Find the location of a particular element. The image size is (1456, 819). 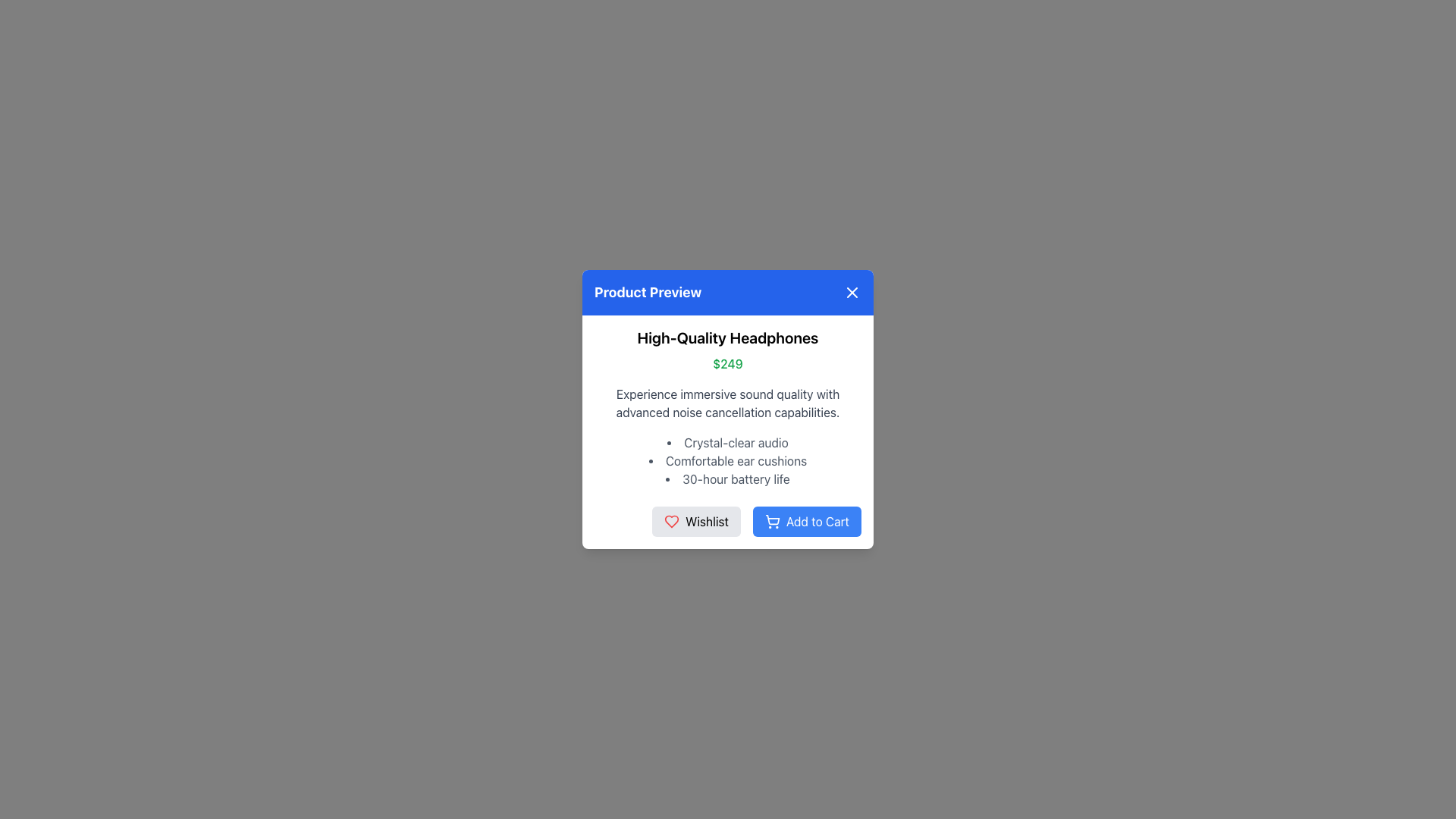

the text element displaying '30-hour battery life' in the bullet list of the 'Product Preview' modal is located at coordinates (728, 479).